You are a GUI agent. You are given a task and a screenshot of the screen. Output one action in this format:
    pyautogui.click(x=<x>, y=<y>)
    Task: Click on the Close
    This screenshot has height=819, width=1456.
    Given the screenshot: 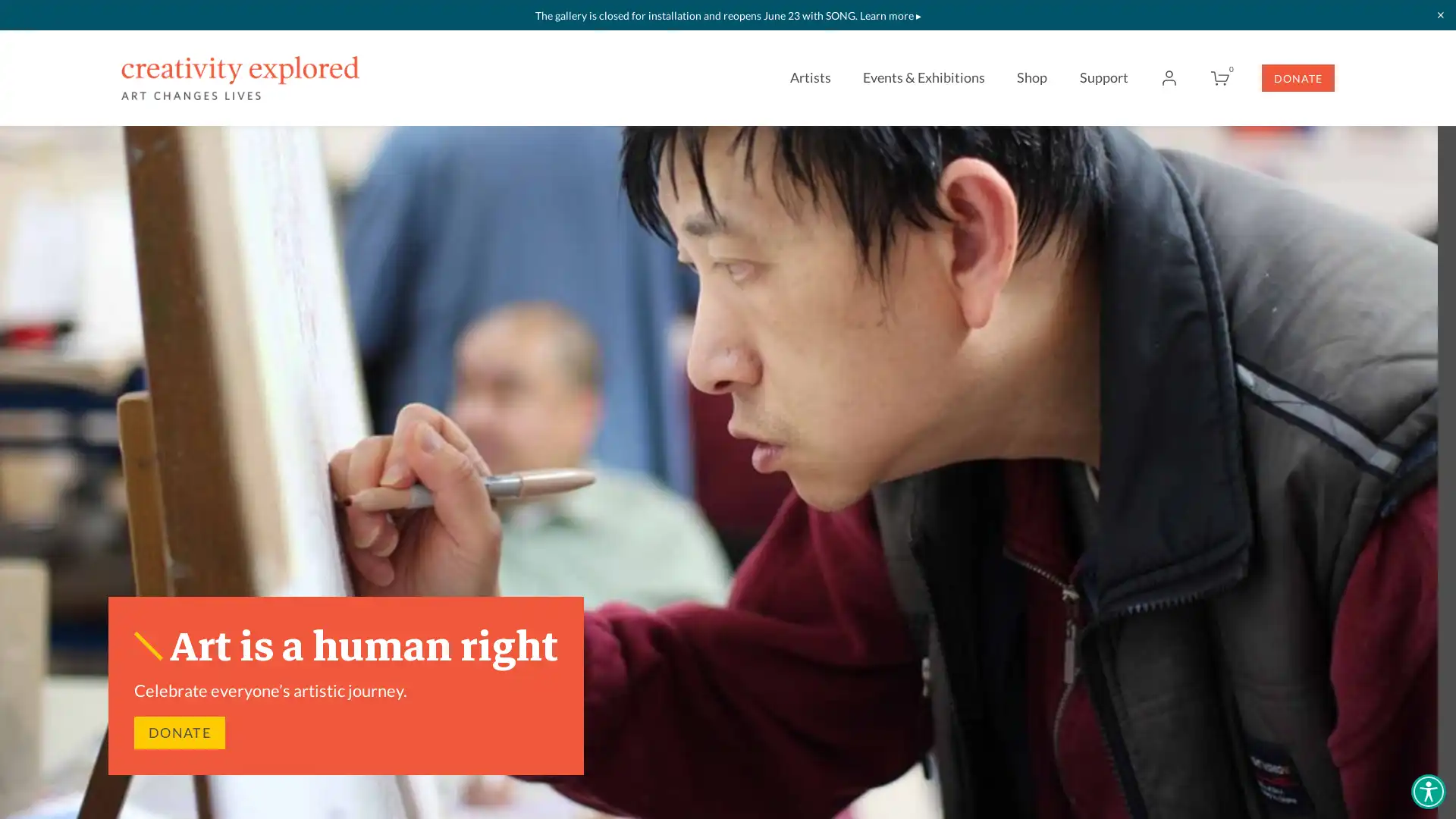 What is the action you would take?
    pyautogui.click(x=994, y=148)
    